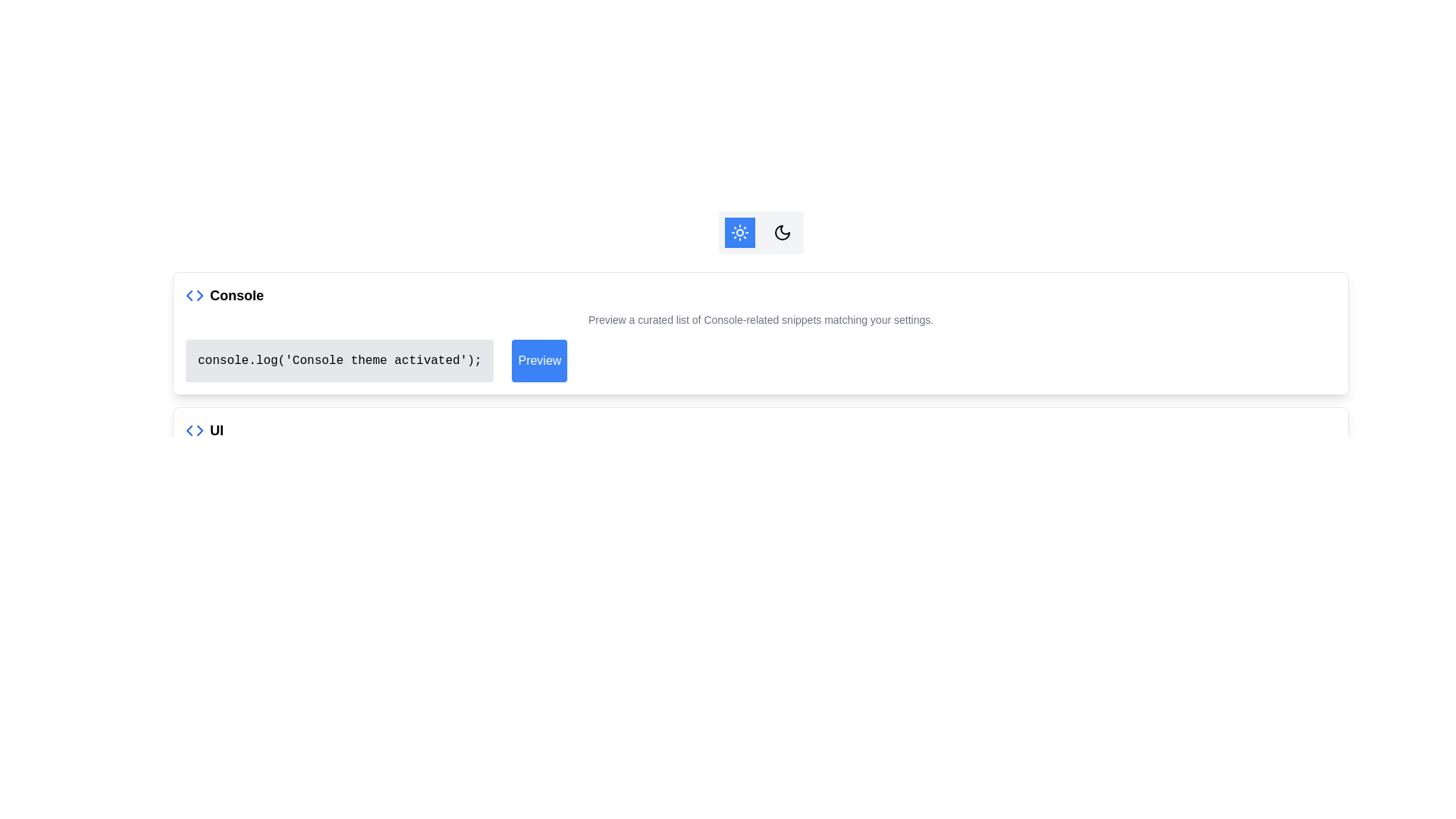 Image resolution: width=1456 pixels, height=819 pixels. What do you see at coordinates (739, 233) in the screenshot?
I see `the rectangular button with a blue background and white text, featuring a sun icon` at bounding box center [739, 233].